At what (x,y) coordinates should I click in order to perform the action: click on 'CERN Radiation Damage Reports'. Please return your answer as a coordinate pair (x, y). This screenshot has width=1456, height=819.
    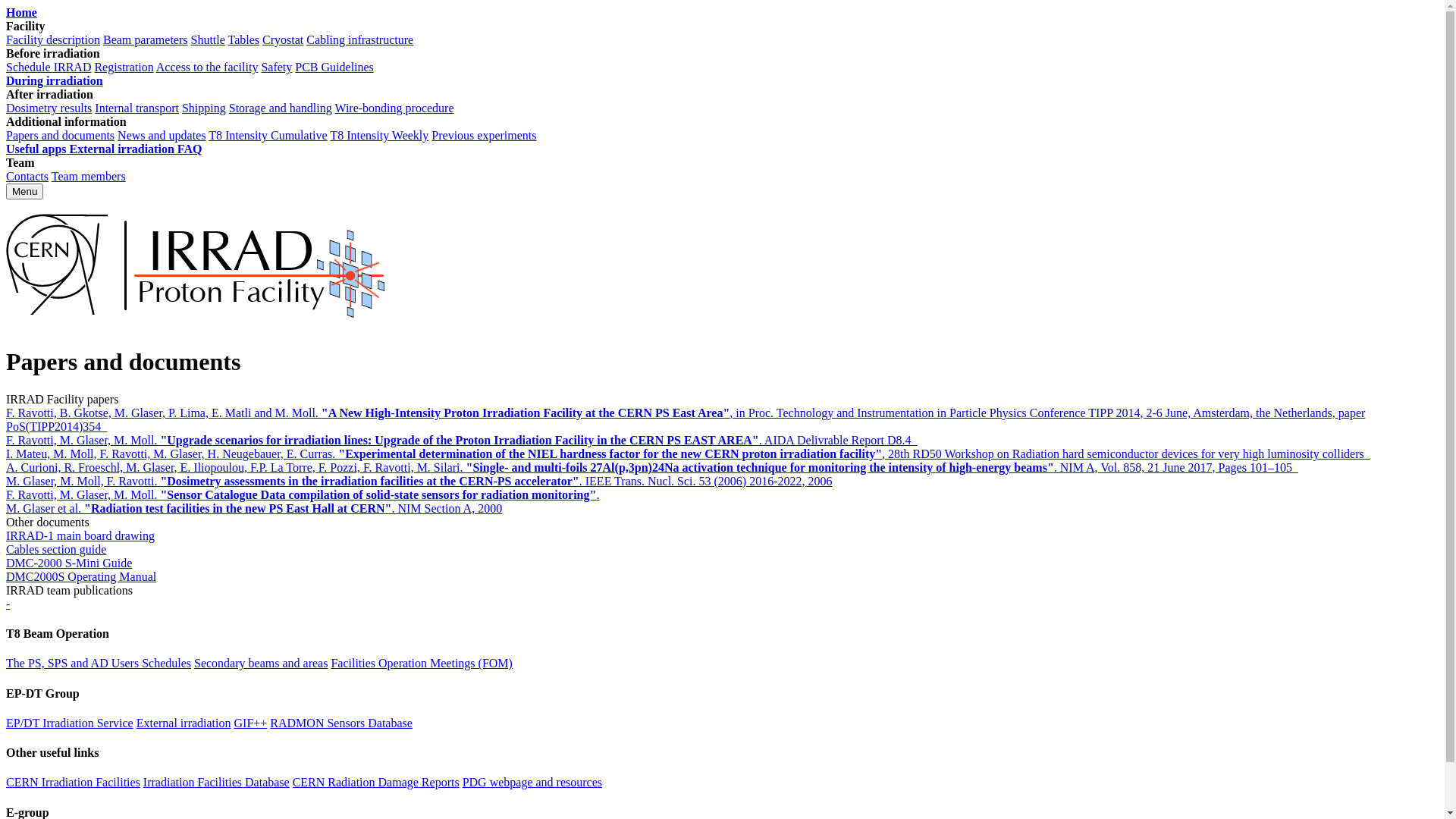
    Looking at the image, I should click on (292, 782).